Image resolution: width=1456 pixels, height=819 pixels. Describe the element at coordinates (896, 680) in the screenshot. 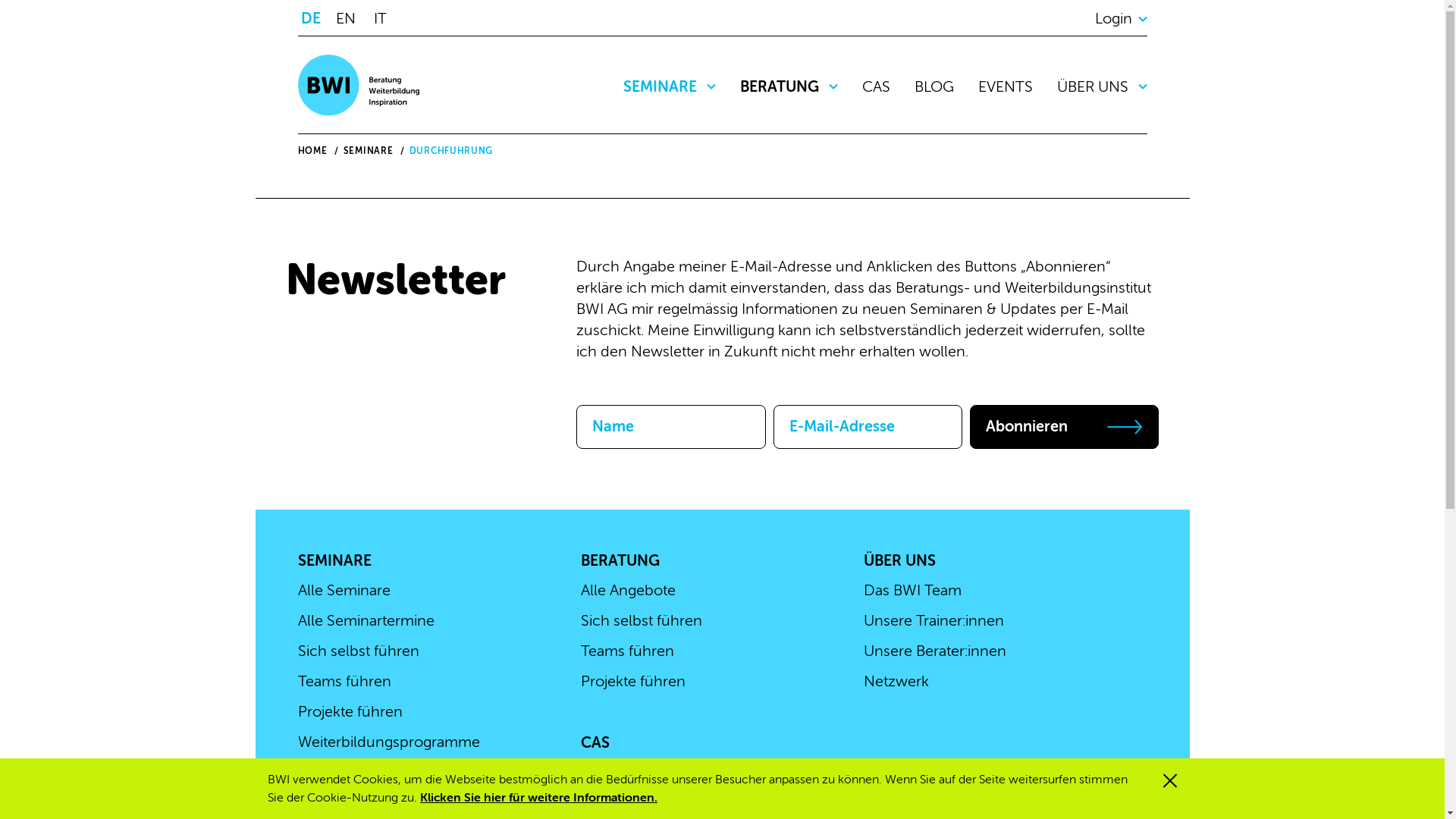

I see `'Netzwerk'` at that location.